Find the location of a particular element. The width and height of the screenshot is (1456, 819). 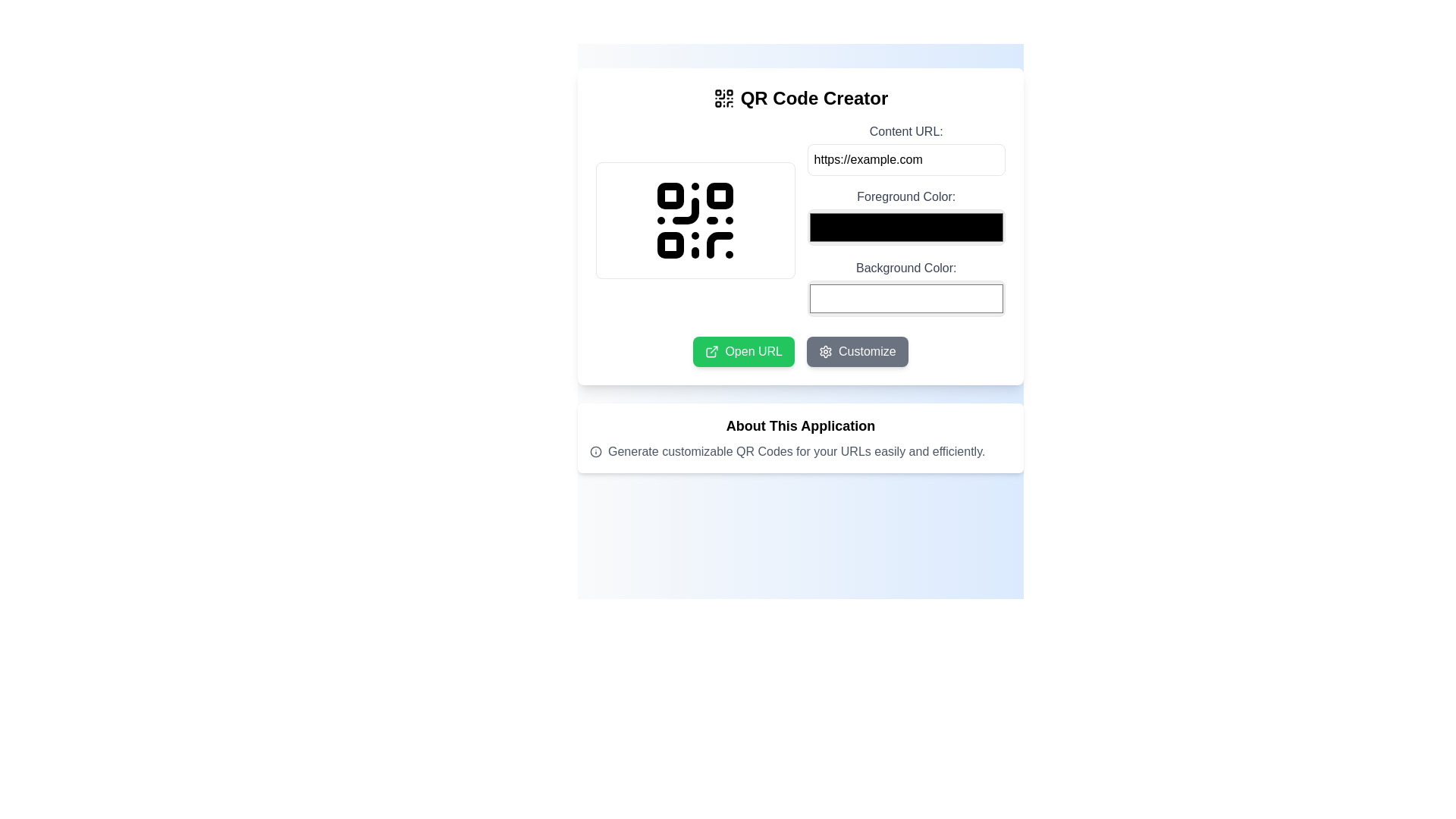

the color selectors in the Configuration Panel, which is part of the QR Code Creator section is located at coordinates (800, 220).